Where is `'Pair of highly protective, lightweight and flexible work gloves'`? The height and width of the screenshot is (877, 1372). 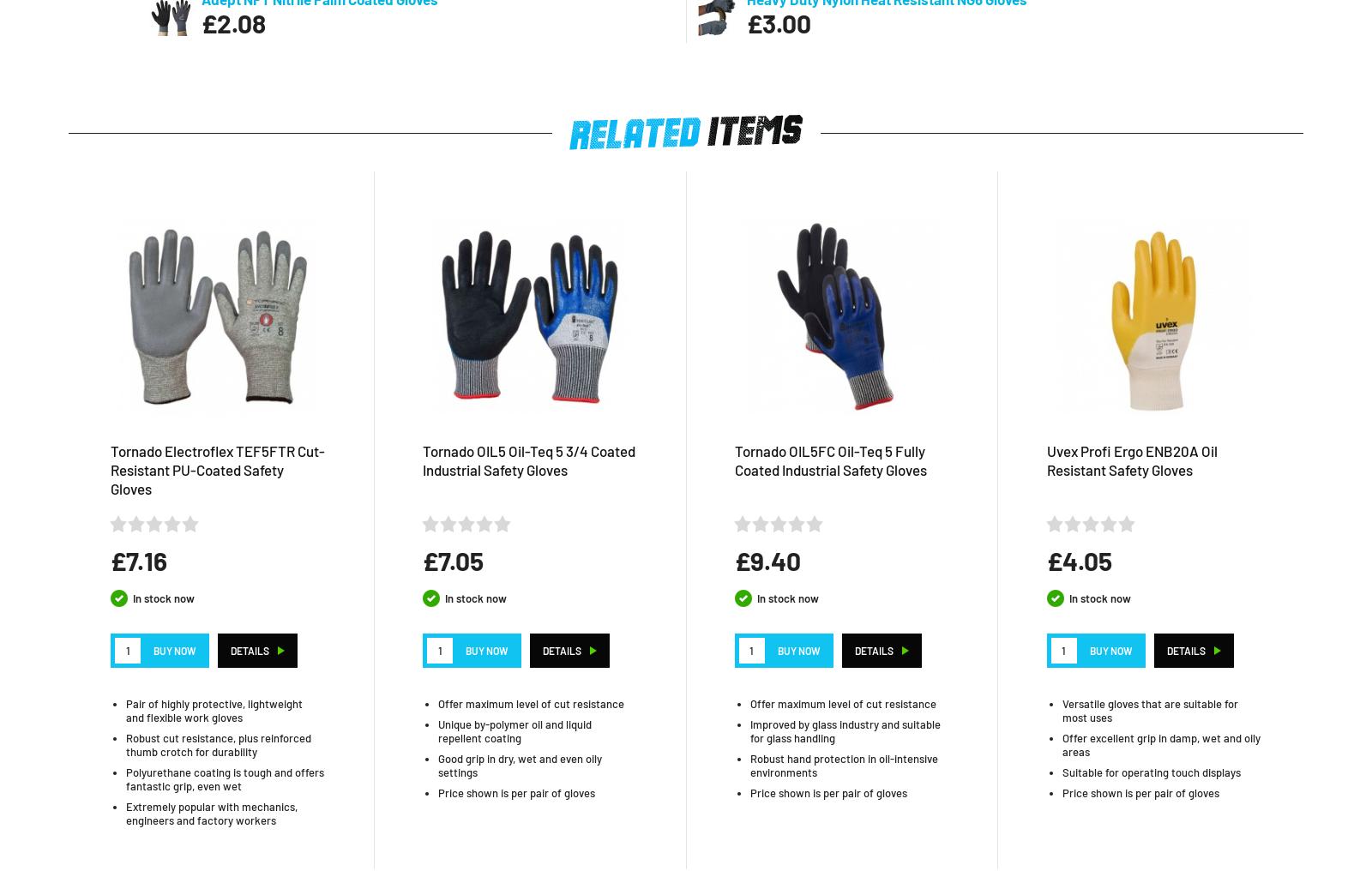
'Pair of highly protective, lightweight and flexible work gloves' is located at coordinates (214, 709).